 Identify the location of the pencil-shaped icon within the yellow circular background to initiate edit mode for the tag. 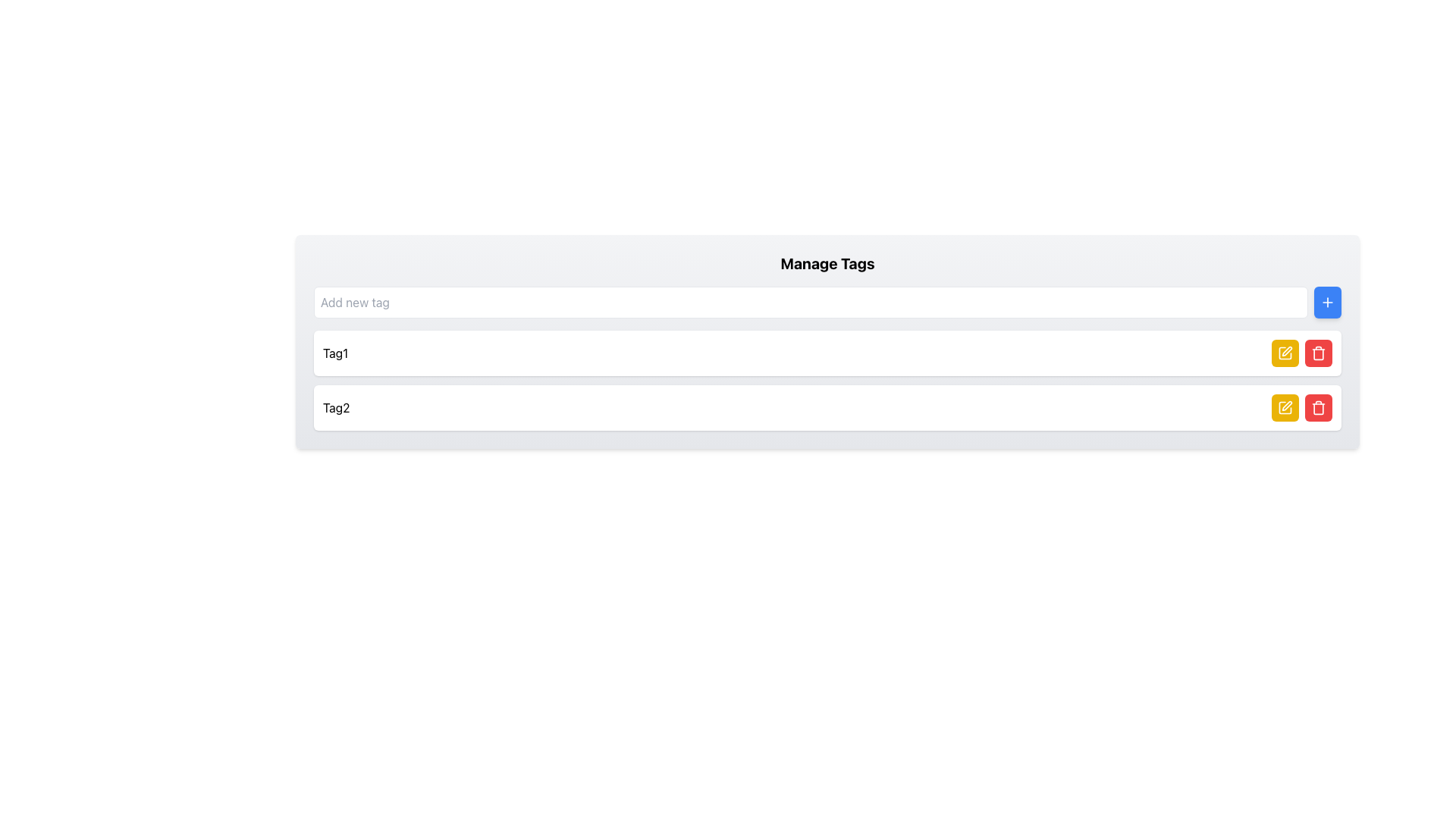
(1284, 406).